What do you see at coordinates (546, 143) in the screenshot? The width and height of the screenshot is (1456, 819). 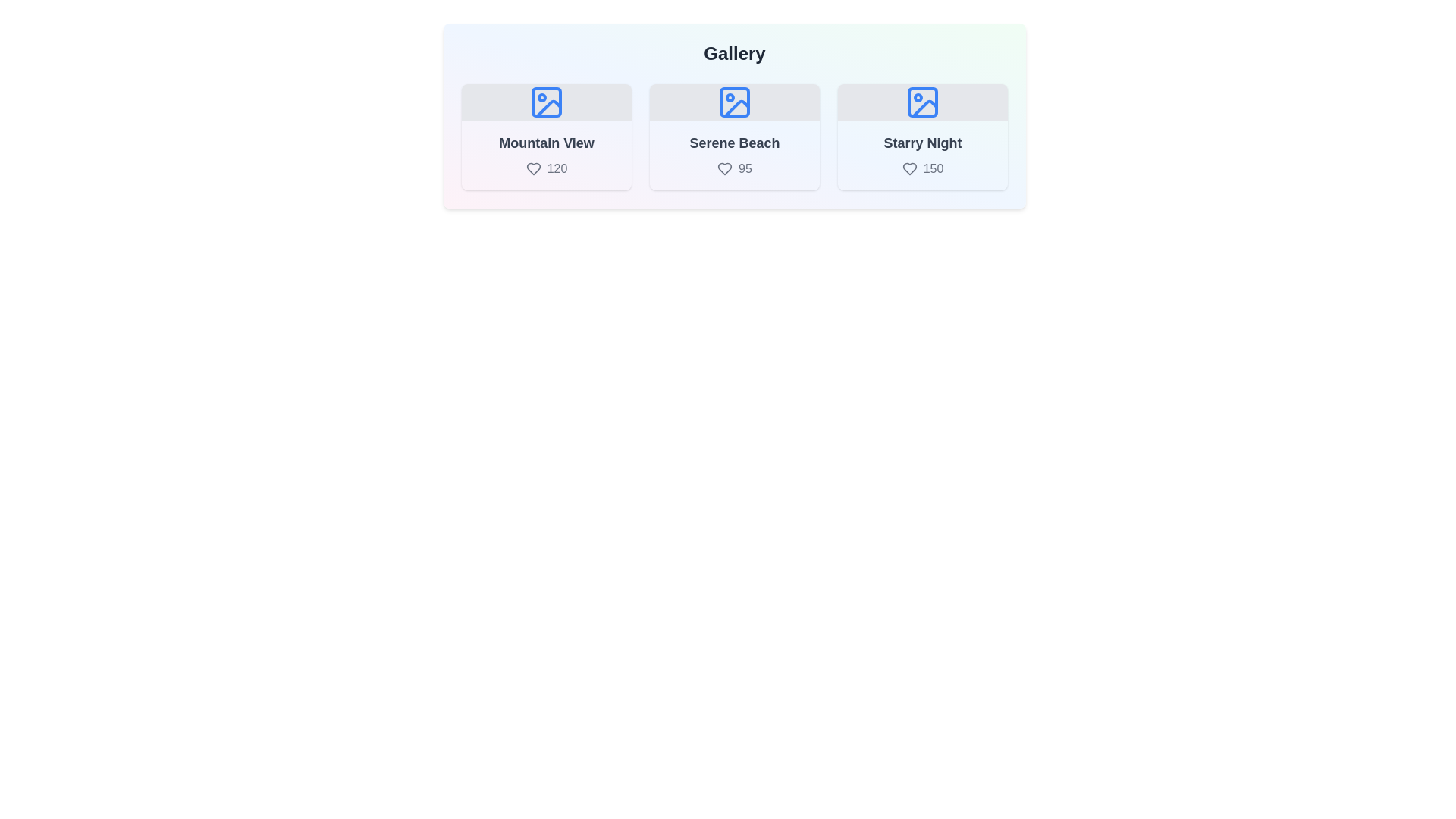 I see `the title of the item Mountain View to select it` at bounding box center [546, 143].